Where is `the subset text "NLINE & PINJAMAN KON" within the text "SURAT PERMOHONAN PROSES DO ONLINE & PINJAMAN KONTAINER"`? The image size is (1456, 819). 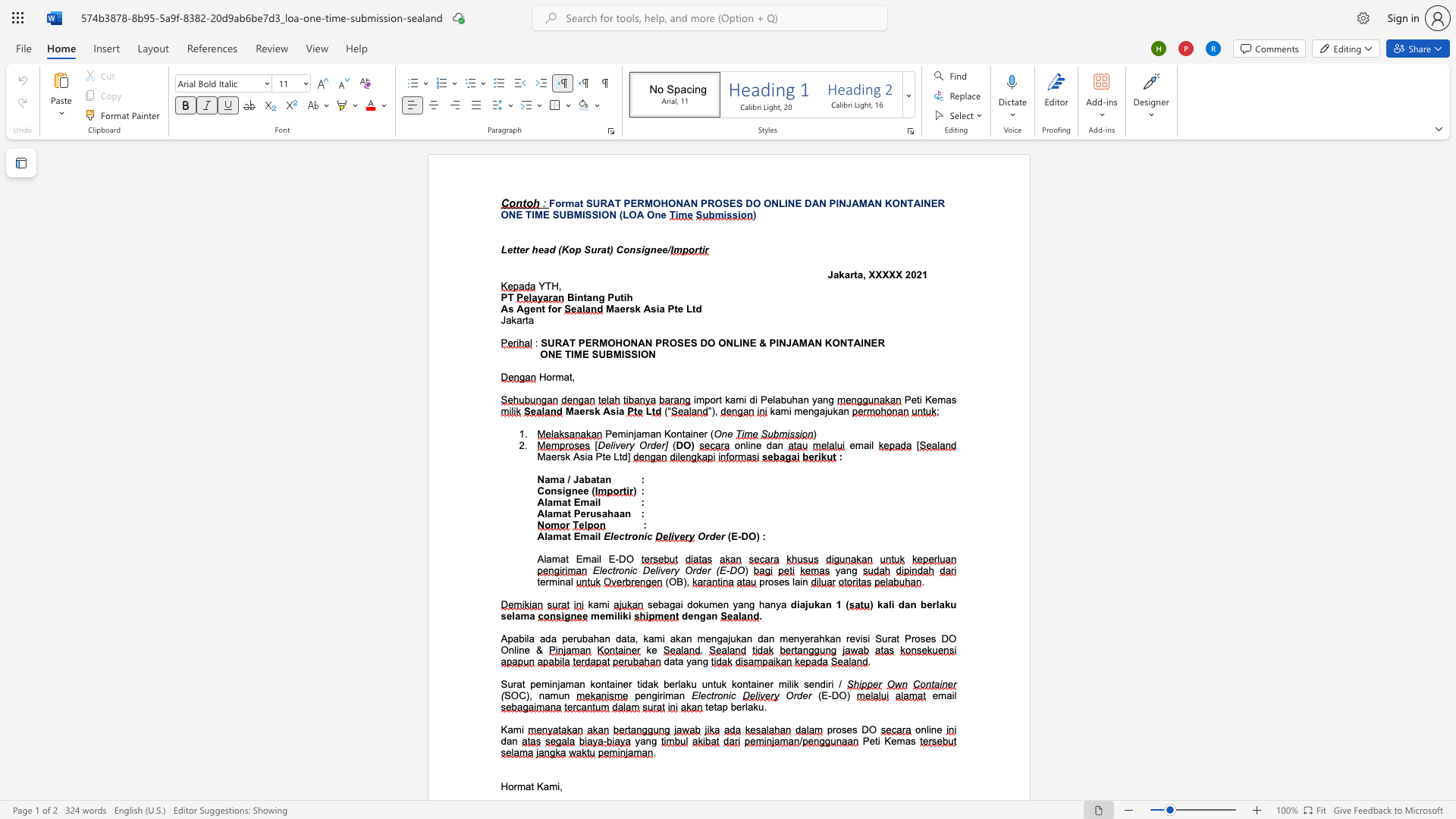
the subset text "NLINE & PINJAMAN KON" within the text "SURAT PERMOHONAN PROSES DO ONLINE & PINJAMAN KONTAINER" is located at coordinates (725, 343).